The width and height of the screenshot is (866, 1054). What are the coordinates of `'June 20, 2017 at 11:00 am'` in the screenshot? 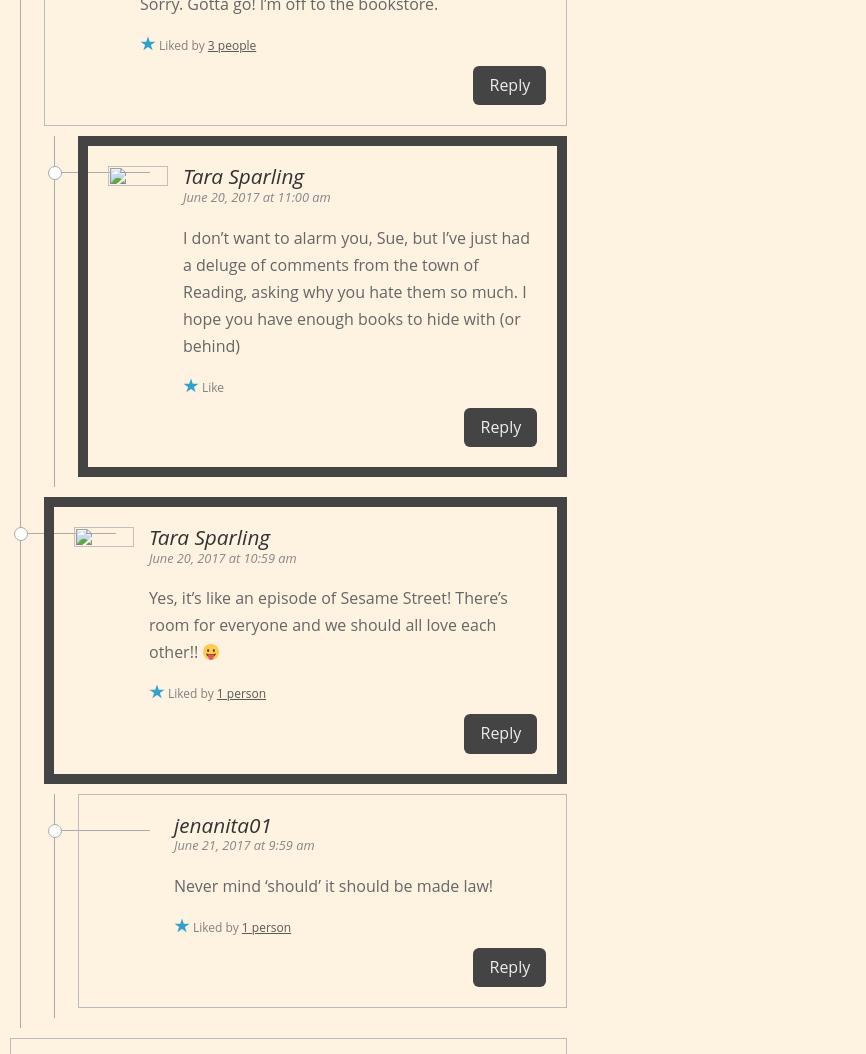 It's located at (182, 195).